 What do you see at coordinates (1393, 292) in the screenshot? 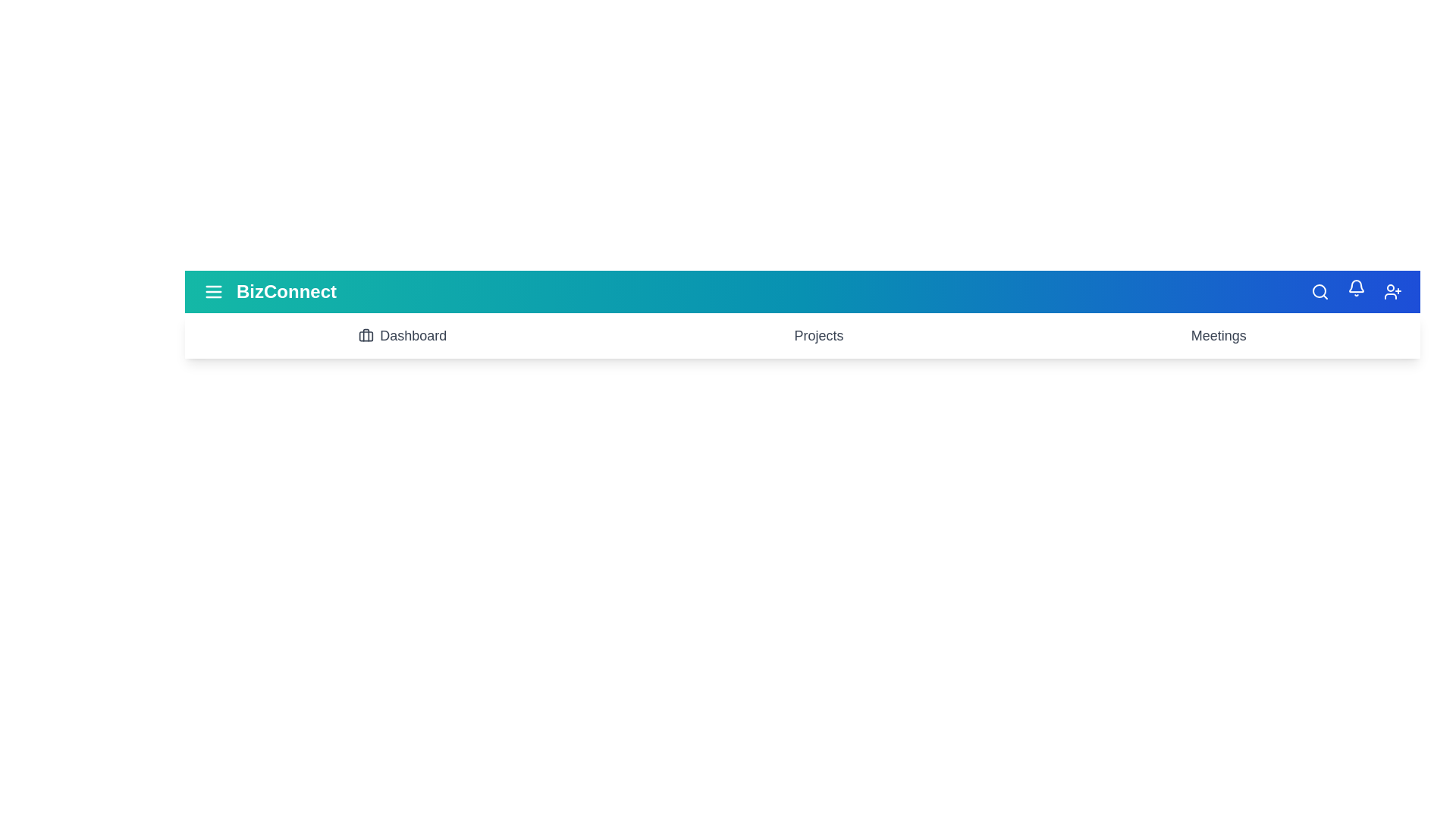
I see `'UserPlus' icon to add a new user` at bounding box center [1393, 292].